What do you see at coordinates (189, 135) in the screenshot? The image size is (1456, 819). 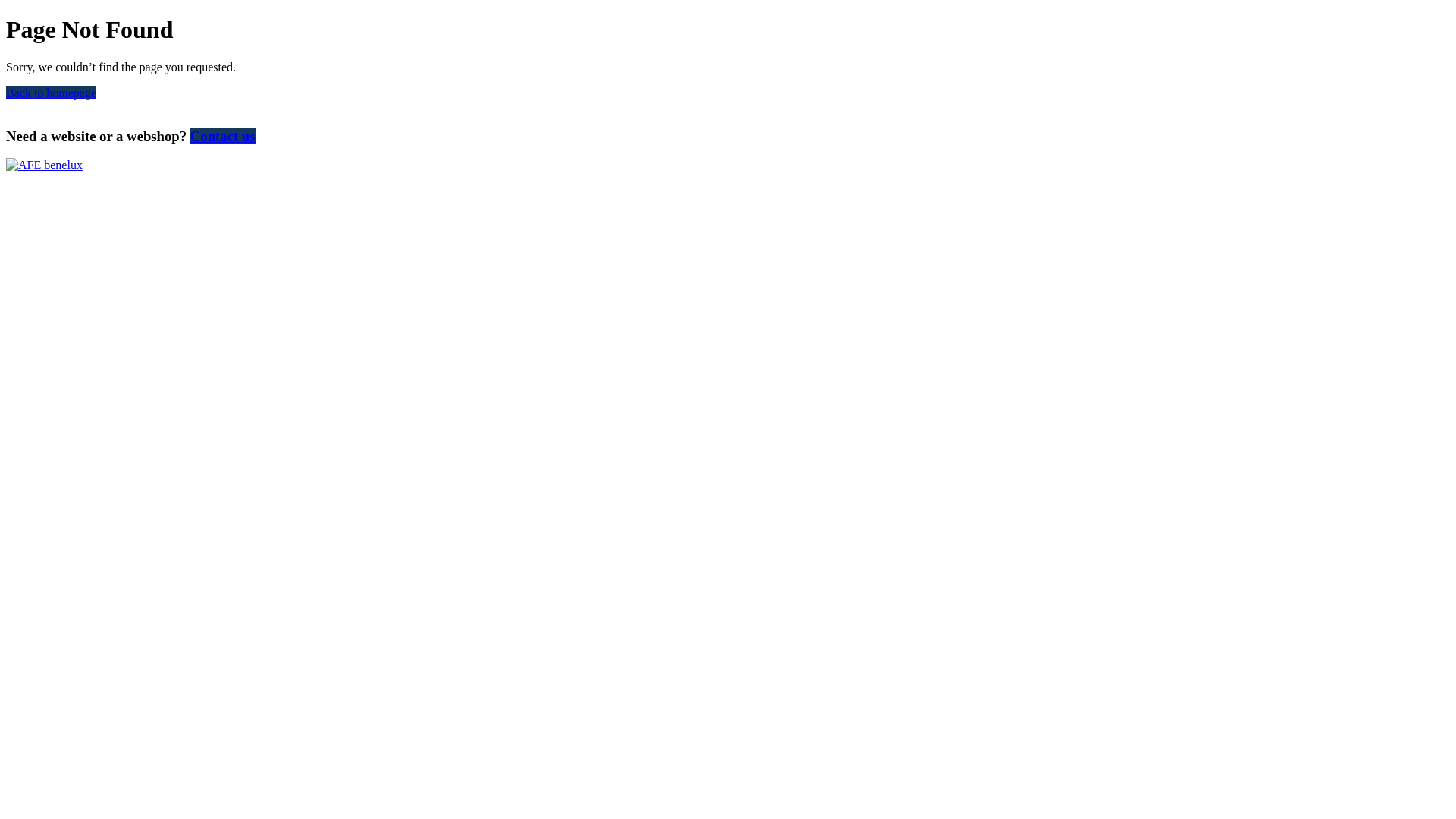 I see `'Contact us'` at bounding box center [189, 135].